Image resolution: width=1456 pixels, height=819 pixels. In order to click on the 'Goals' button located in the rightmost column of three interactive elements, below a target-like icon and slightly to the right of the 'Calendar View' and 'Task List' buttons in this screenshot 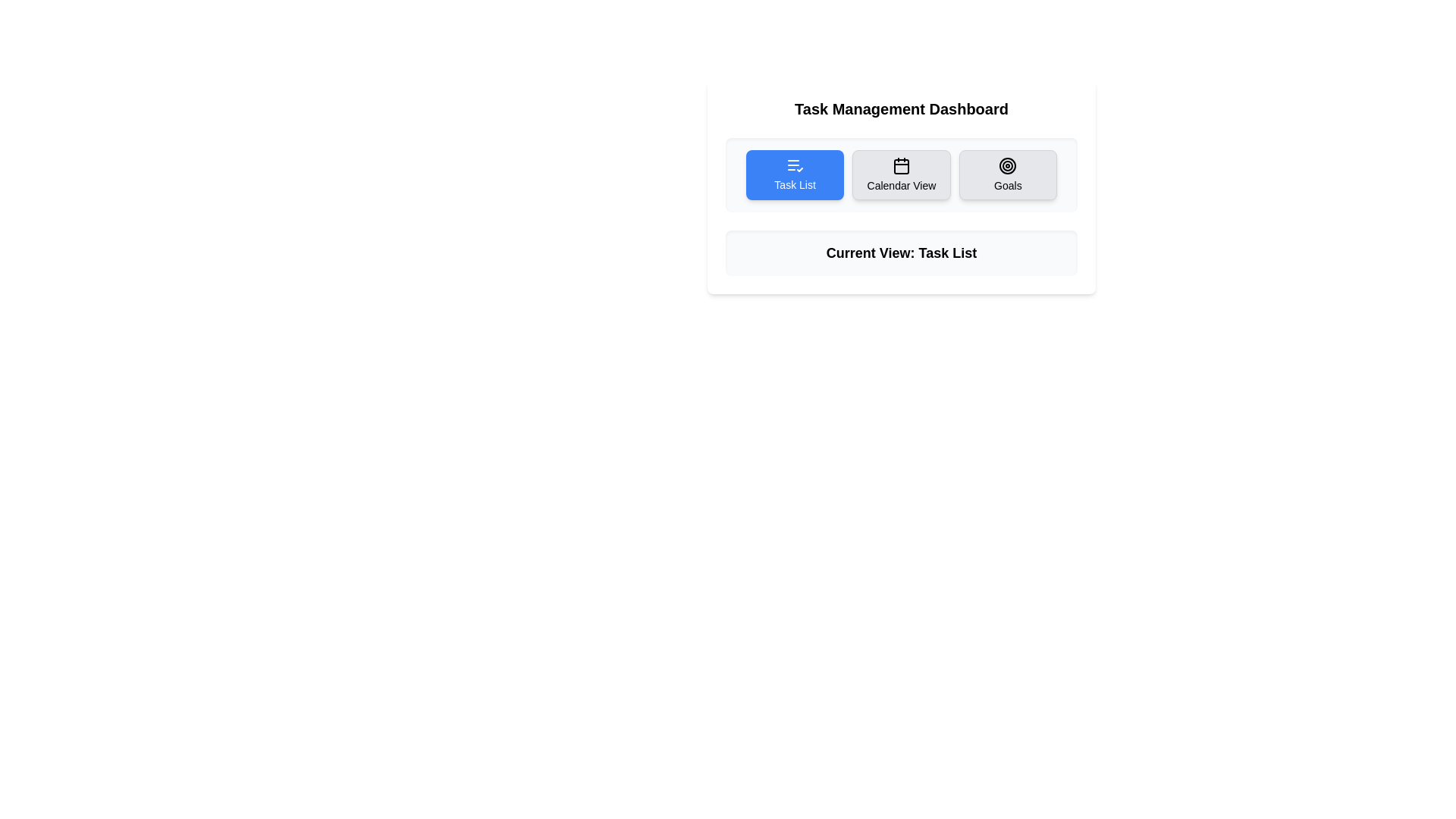, I will do `click(1008, 185)`.